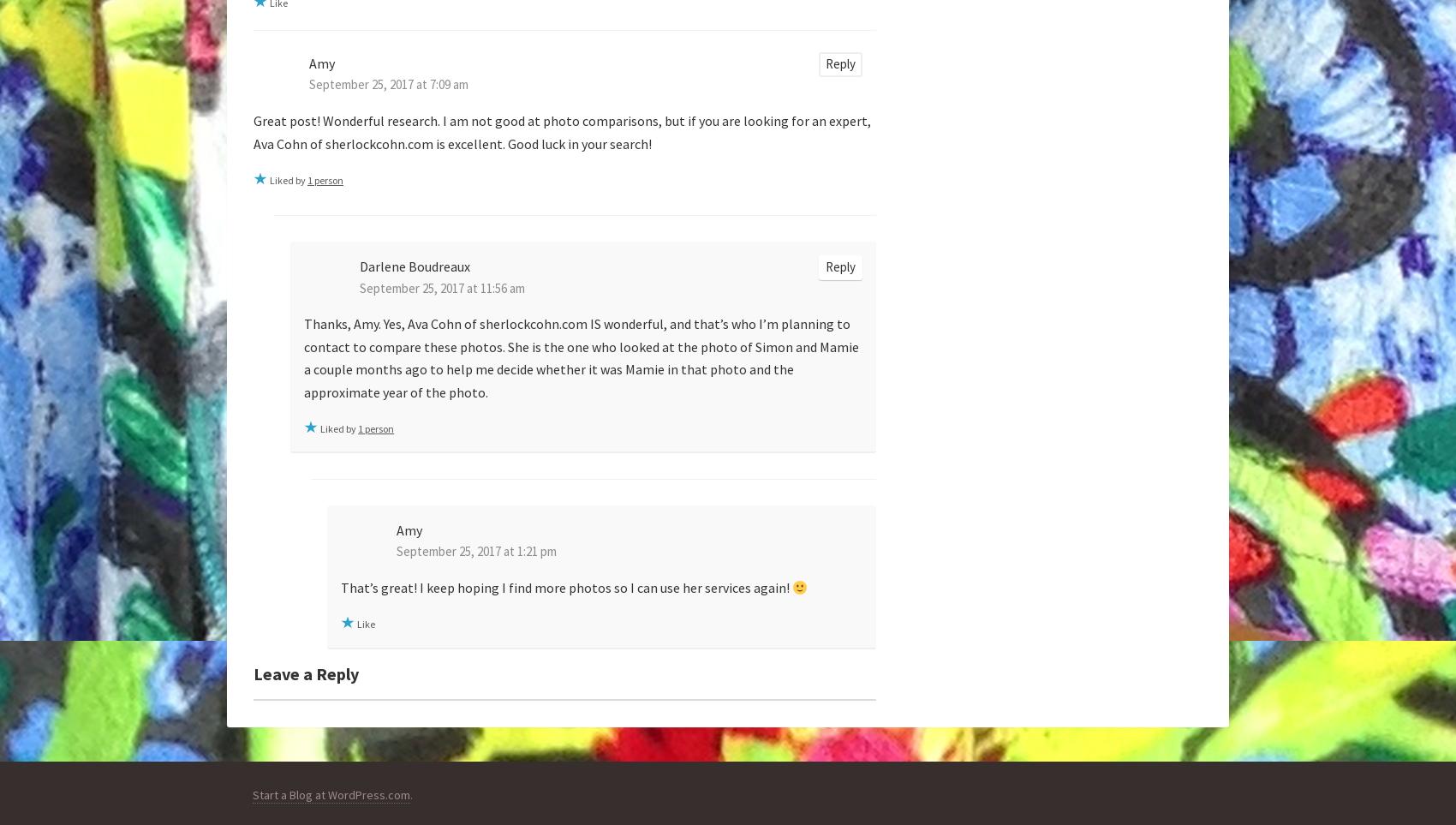  What do you see at coordinates (366, 623) in the screenshot?
I see `'Like'` at bounding box center [366, 623].